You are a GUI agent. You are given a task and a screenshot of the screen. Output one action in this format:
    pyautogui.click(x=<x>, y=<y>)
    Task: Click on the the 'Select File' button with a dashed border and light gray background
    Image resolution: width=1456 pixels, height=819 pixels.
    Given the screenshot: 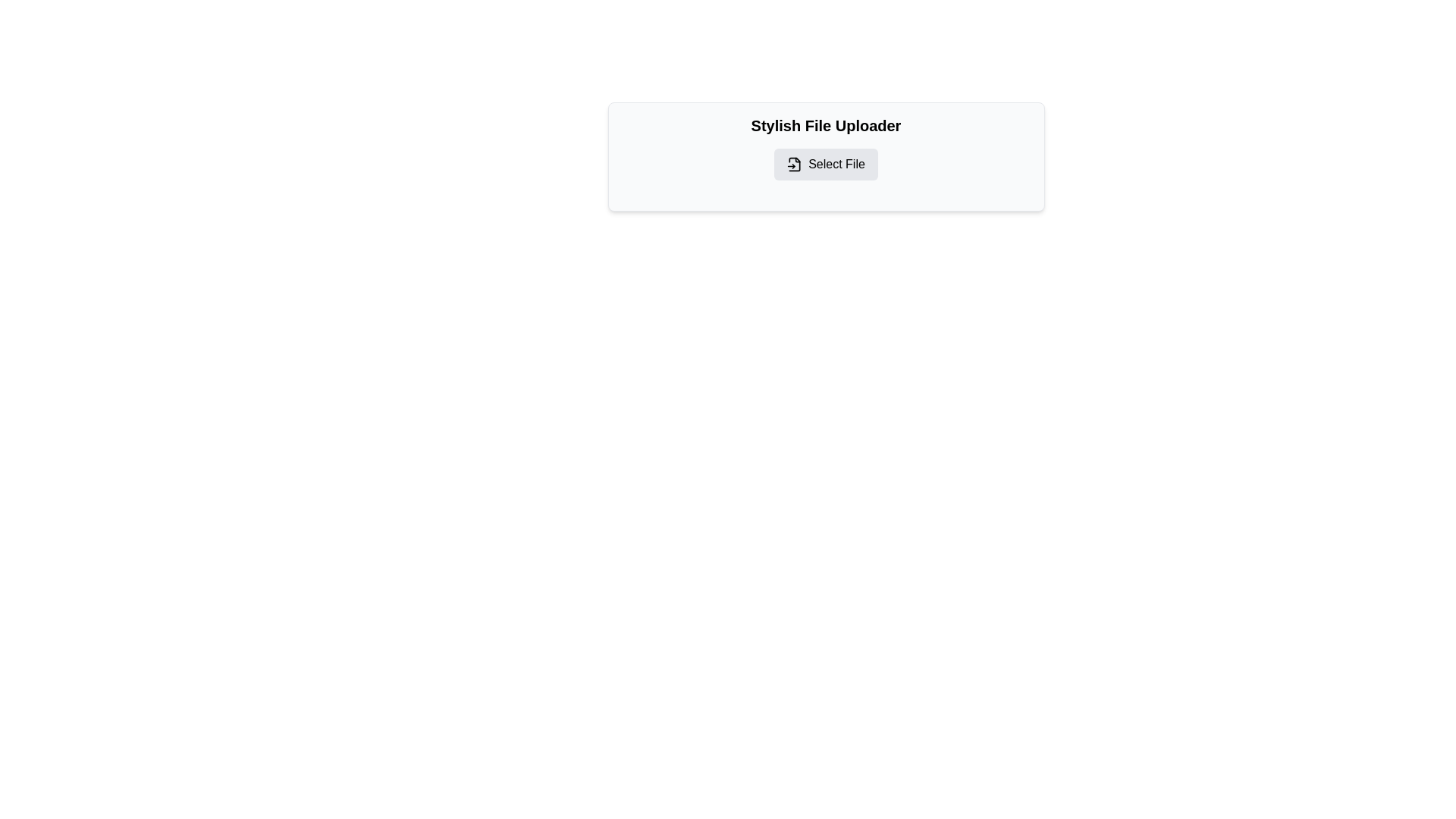 What is the action you would take?
    pyautogui.click(x=825, y=164)
    